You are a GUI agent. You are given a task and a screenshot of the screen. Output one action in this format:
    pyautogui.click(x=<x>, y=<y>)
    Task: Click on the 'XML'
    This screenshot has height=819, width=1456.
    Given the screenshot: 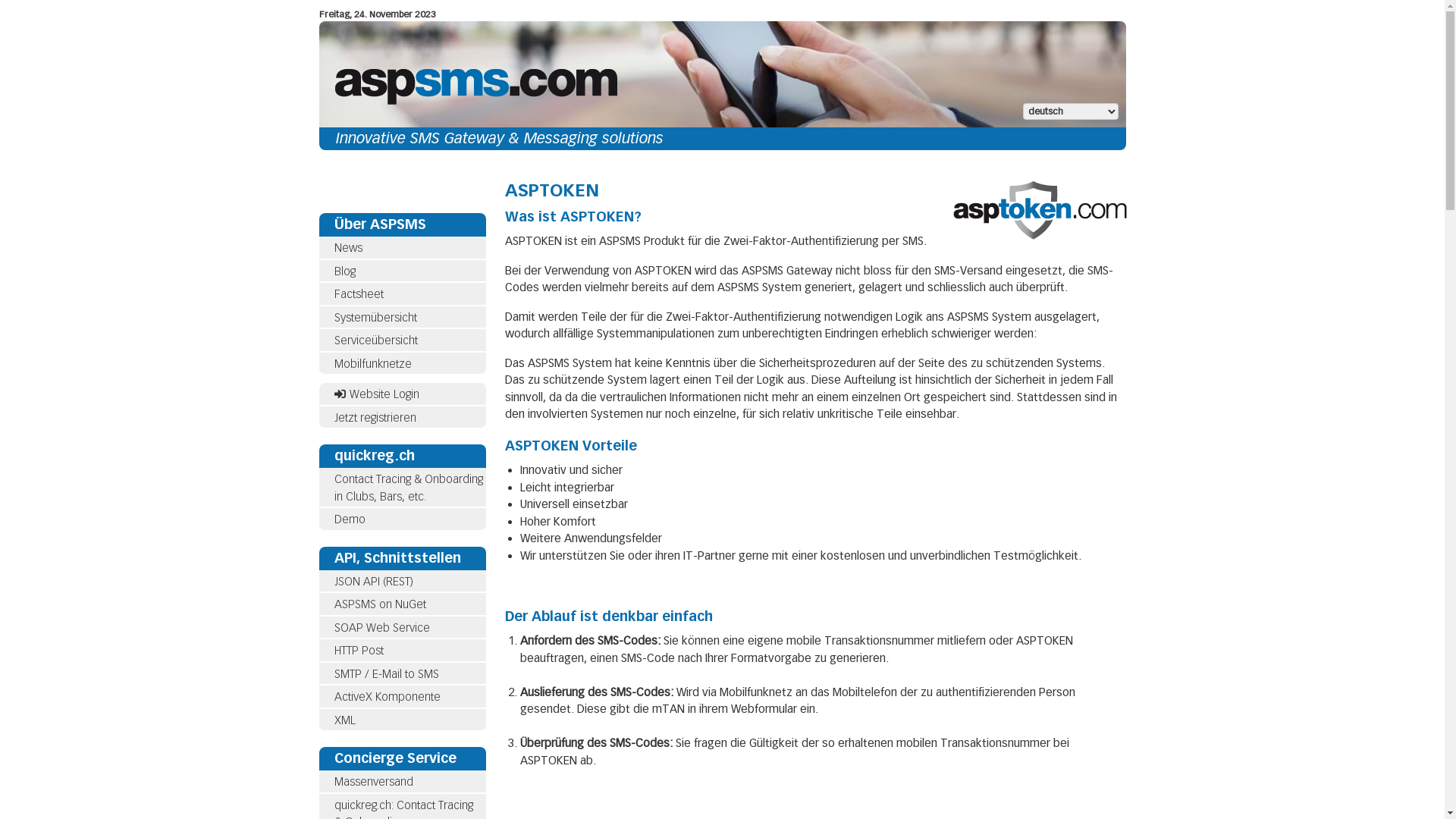 What is the action you would take?
    pyautogui.click(x=318, y=719)
    